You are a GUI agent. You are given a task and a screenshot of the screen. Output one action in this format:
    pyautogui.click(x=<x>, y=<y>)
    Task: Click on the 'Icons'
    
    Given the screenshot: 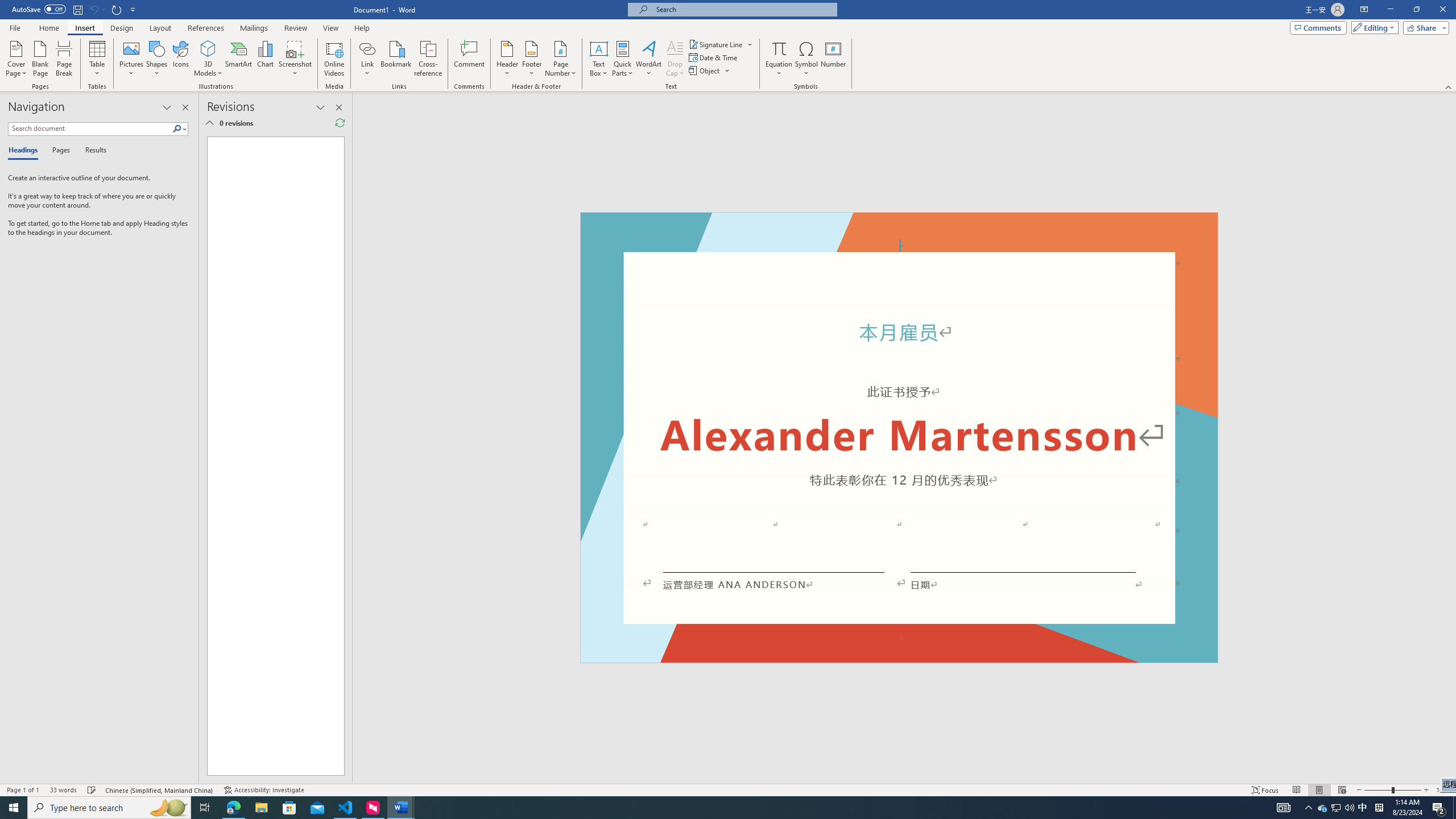 What is the action you would take?
    pyautogui.click(x=180, y=59)
    